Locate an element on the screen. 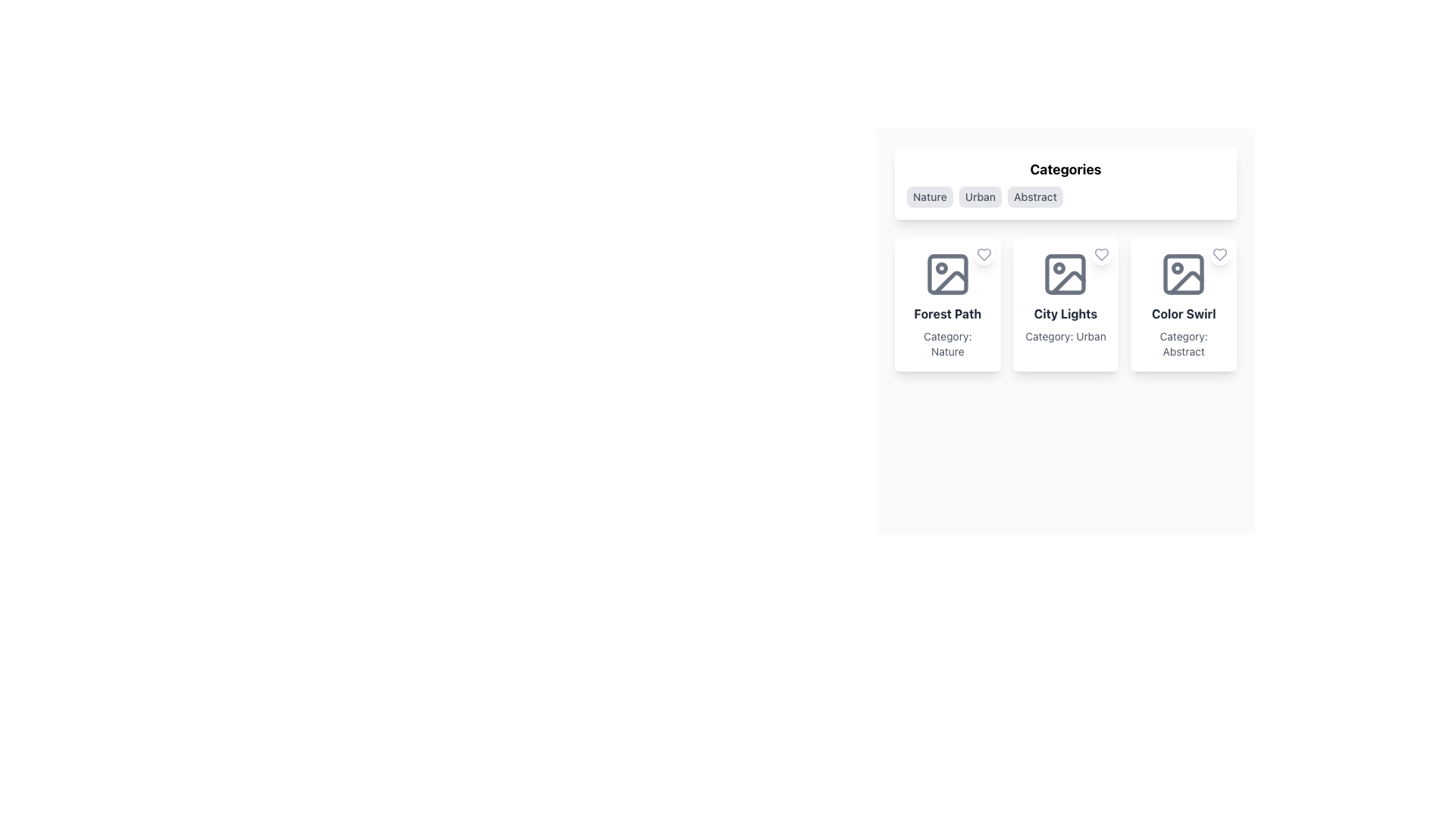 This screenshot has height=819, width=1456. the round button with a heart-shaped icon outlined in gray located in the top-right position of the 'City Lights' card is located at coordinates (1102, 253).